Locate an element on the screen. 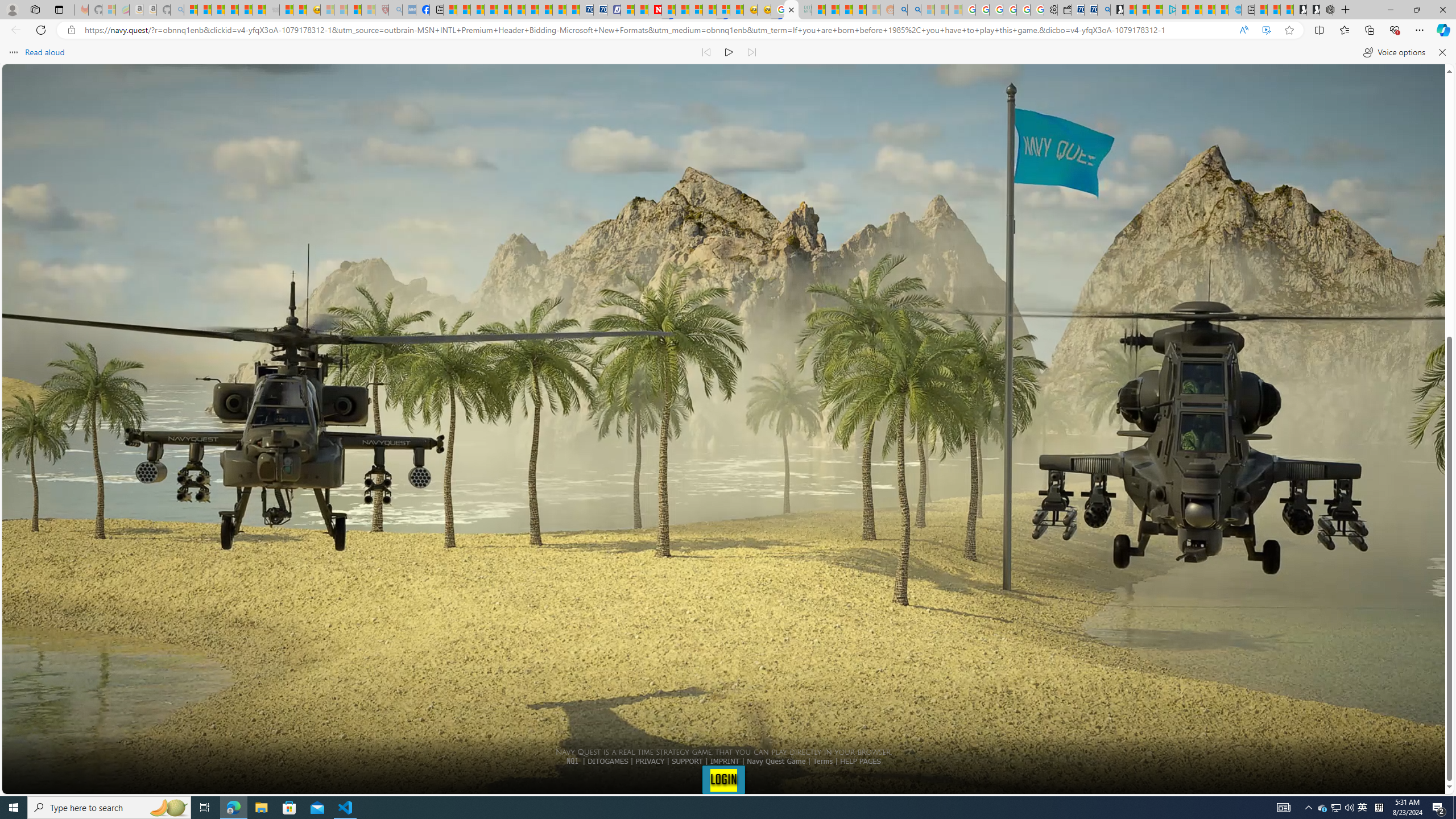  'Wallet' is located at coordinates (1064, 9).